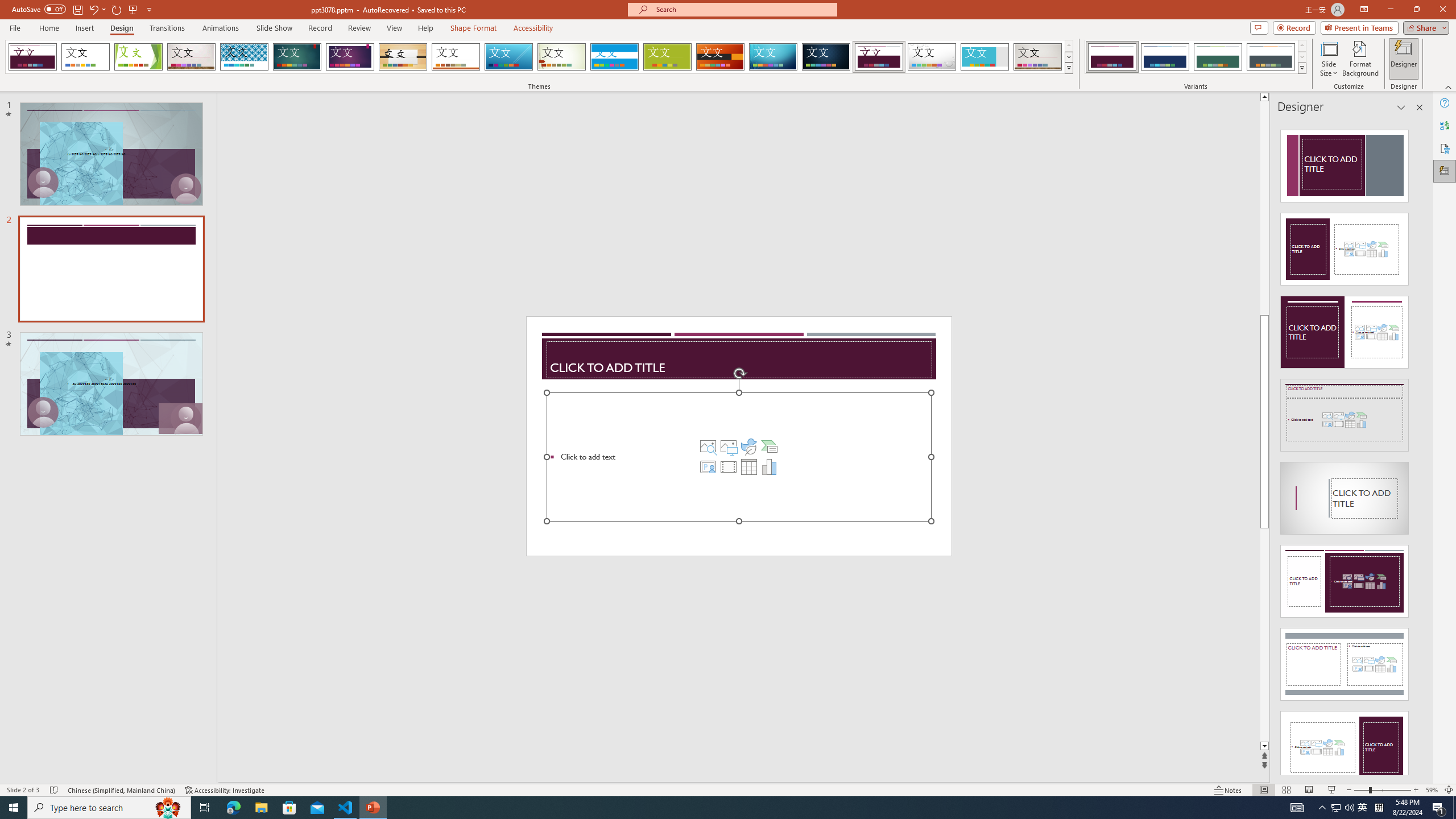  Describe the element at coordinates (350, 56) in the screenshot. I see `'Ion Boardroom'` at that location.